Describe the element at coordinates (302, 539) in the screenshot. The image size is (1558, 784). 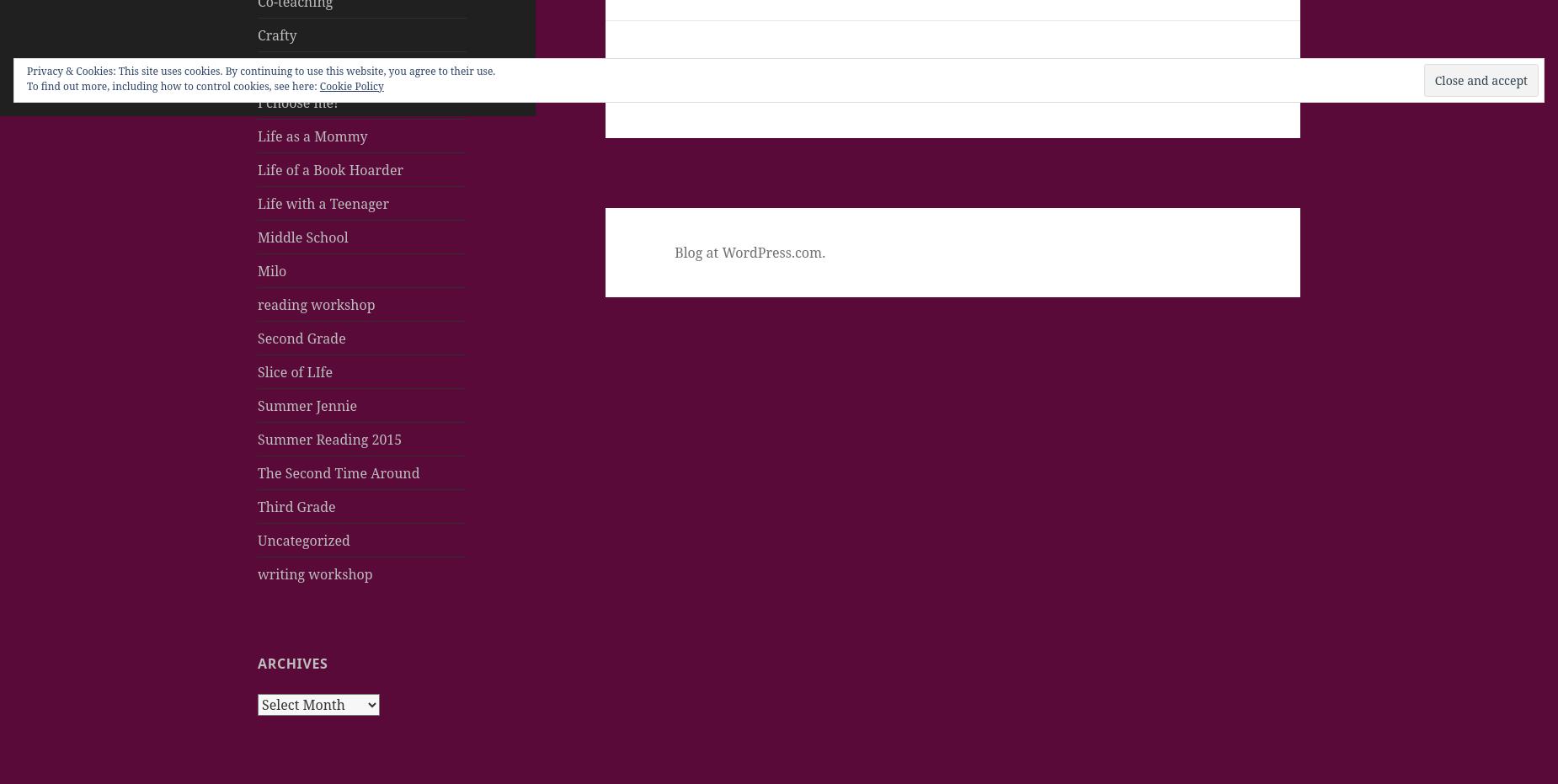
I see `'Uncategorized'` at that location.